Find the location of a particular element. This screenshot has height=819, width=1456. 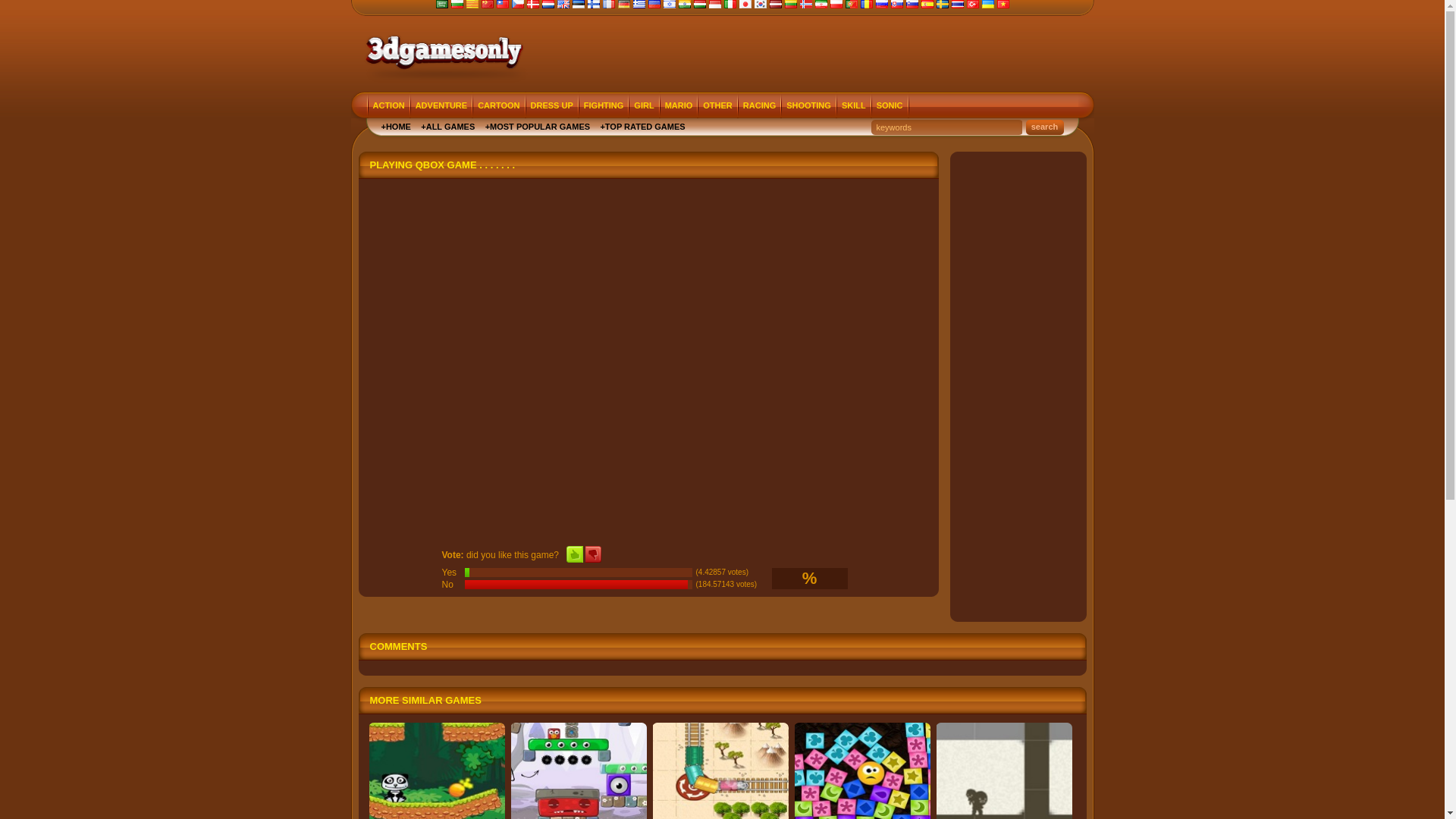

'+MOST POPULAR GAMES' is located at coordinates (538, 125).